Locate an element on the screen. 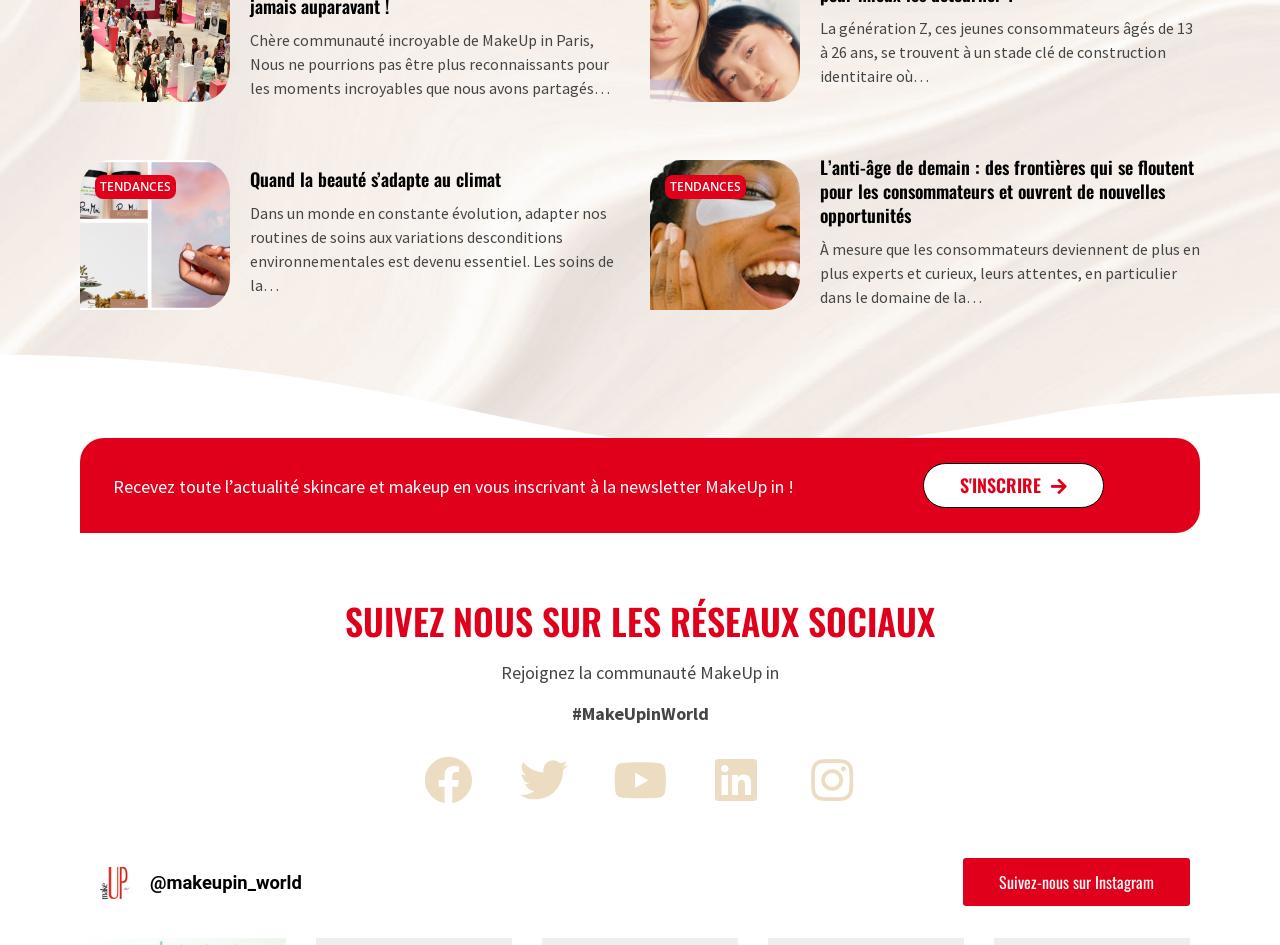  'La génération Z, ces jeunes consommateurs âgés de 13 à 26 ans, se trouvent à un stade clé de construction identitaire où…' is located at coordinates (1006, 51).